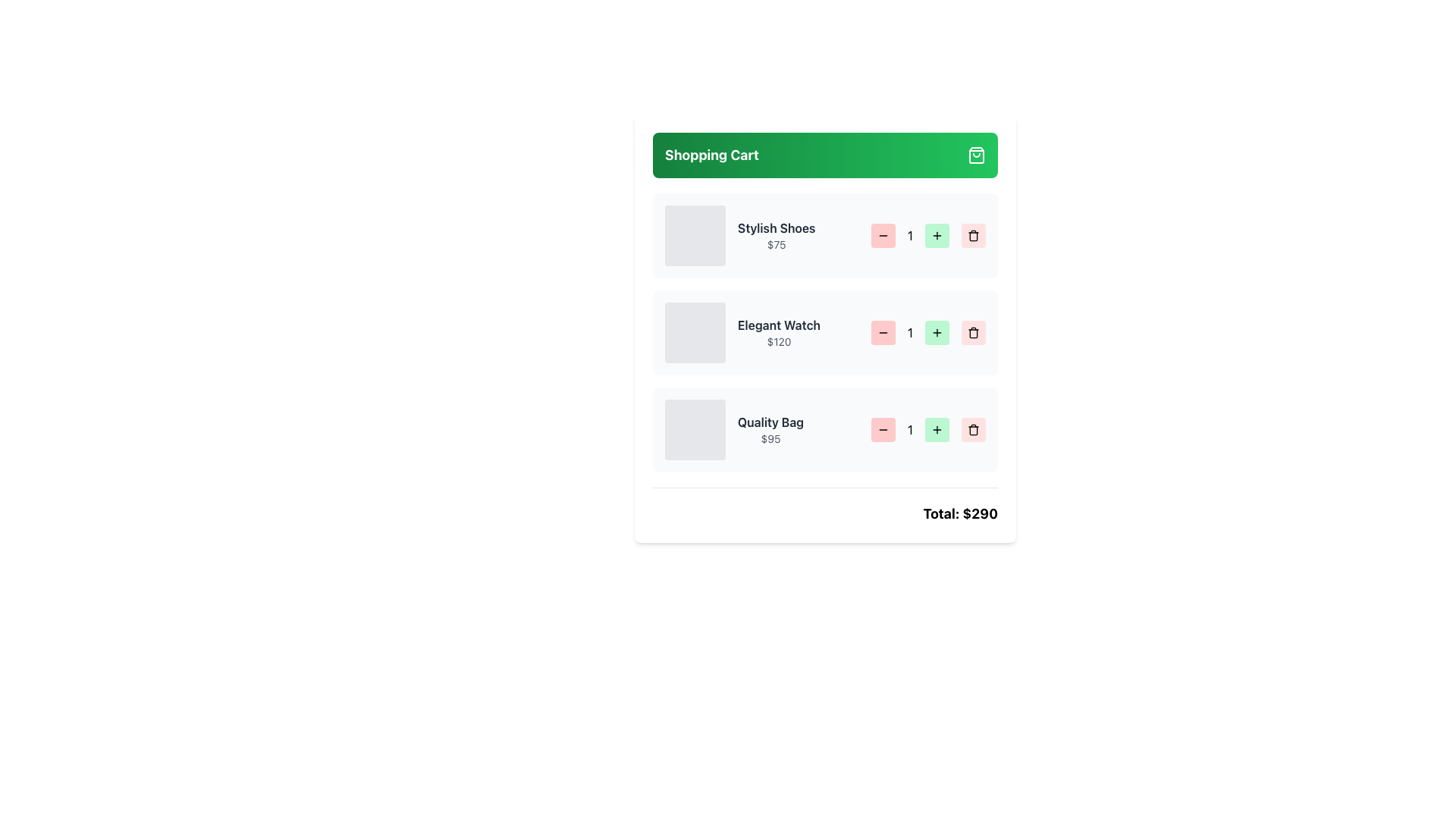 The width and height of the screenshot is (1456, 819). Describe the element at coordinates (777, 227) in the screenshot. I see `the product title text label in the shopping cart, which is positioned to the right of the image placeholder and above the price label` at that location.